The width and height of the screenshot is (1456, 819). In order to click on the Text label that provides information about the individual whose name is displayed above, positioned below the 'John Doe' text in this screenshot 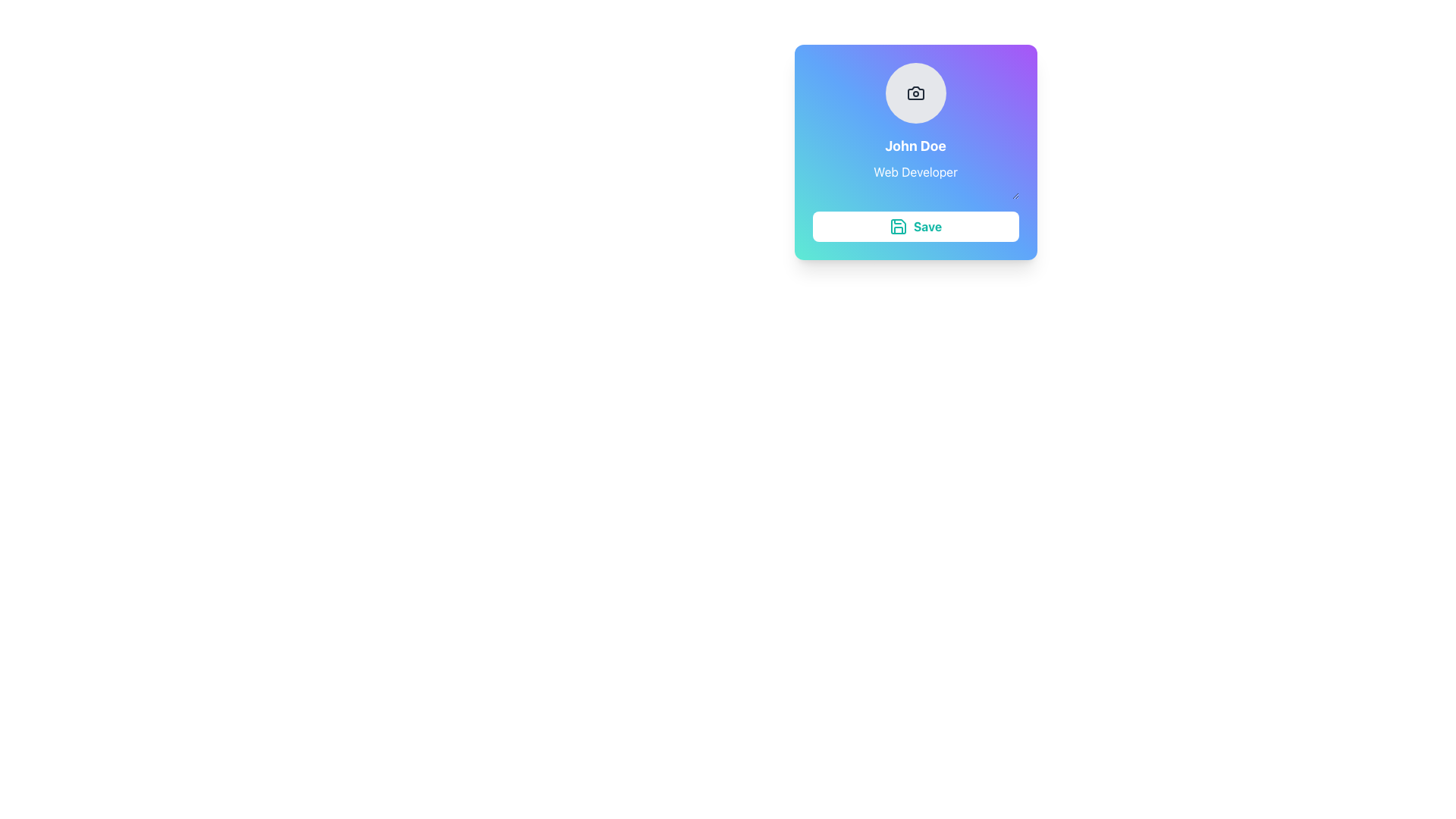, I will do `click(915, 180)`.